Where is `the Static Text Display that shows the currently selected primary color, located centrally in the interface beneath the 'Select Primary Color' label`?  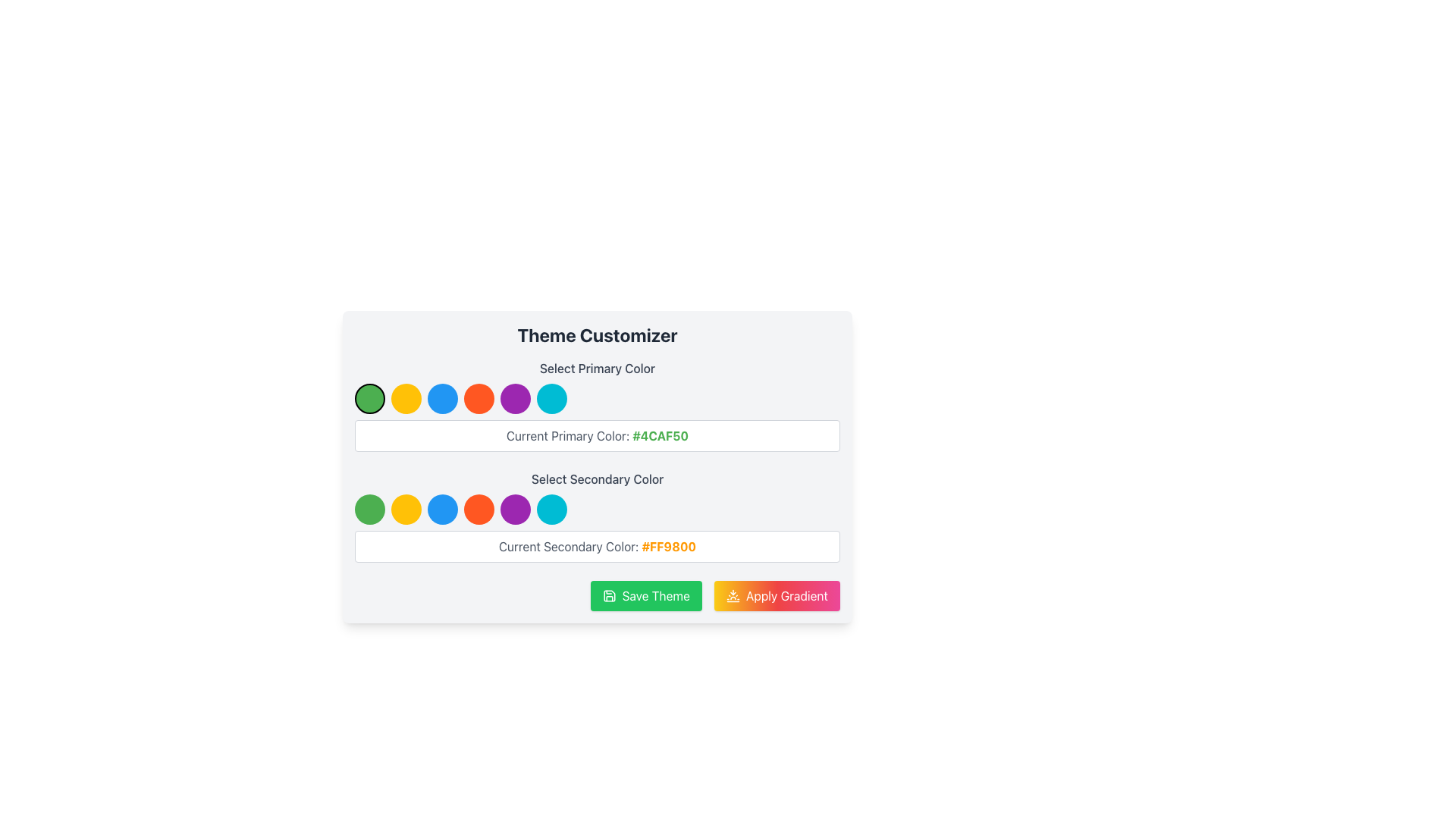 the Static Text Display that shows the currently selected primary color, located centrally in the interface beneath the 'Select Primary Color' label is located at coordinates (596, 435).